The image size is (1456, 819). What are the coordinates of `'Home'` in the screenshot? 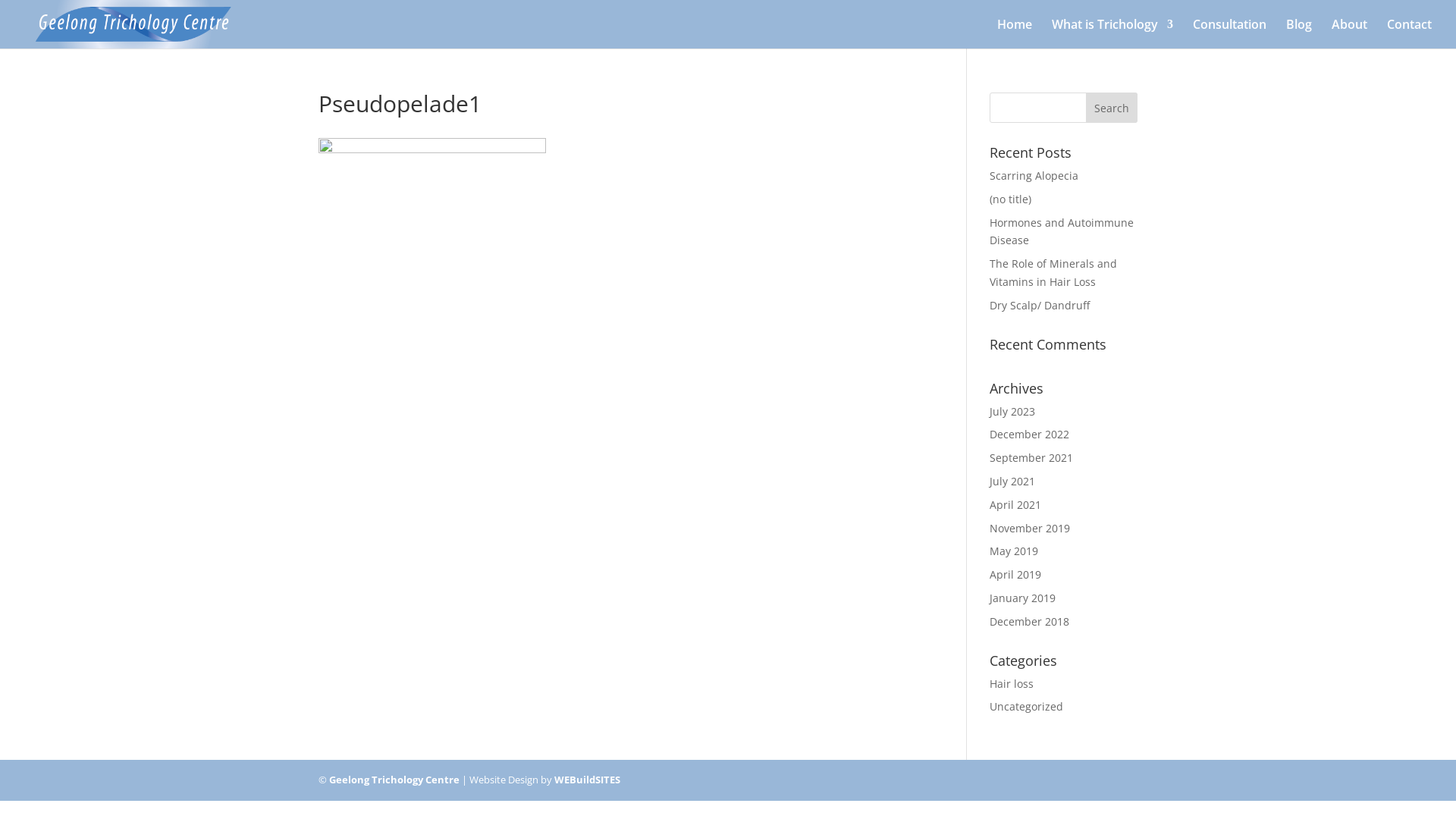 It's located at (997, 33).